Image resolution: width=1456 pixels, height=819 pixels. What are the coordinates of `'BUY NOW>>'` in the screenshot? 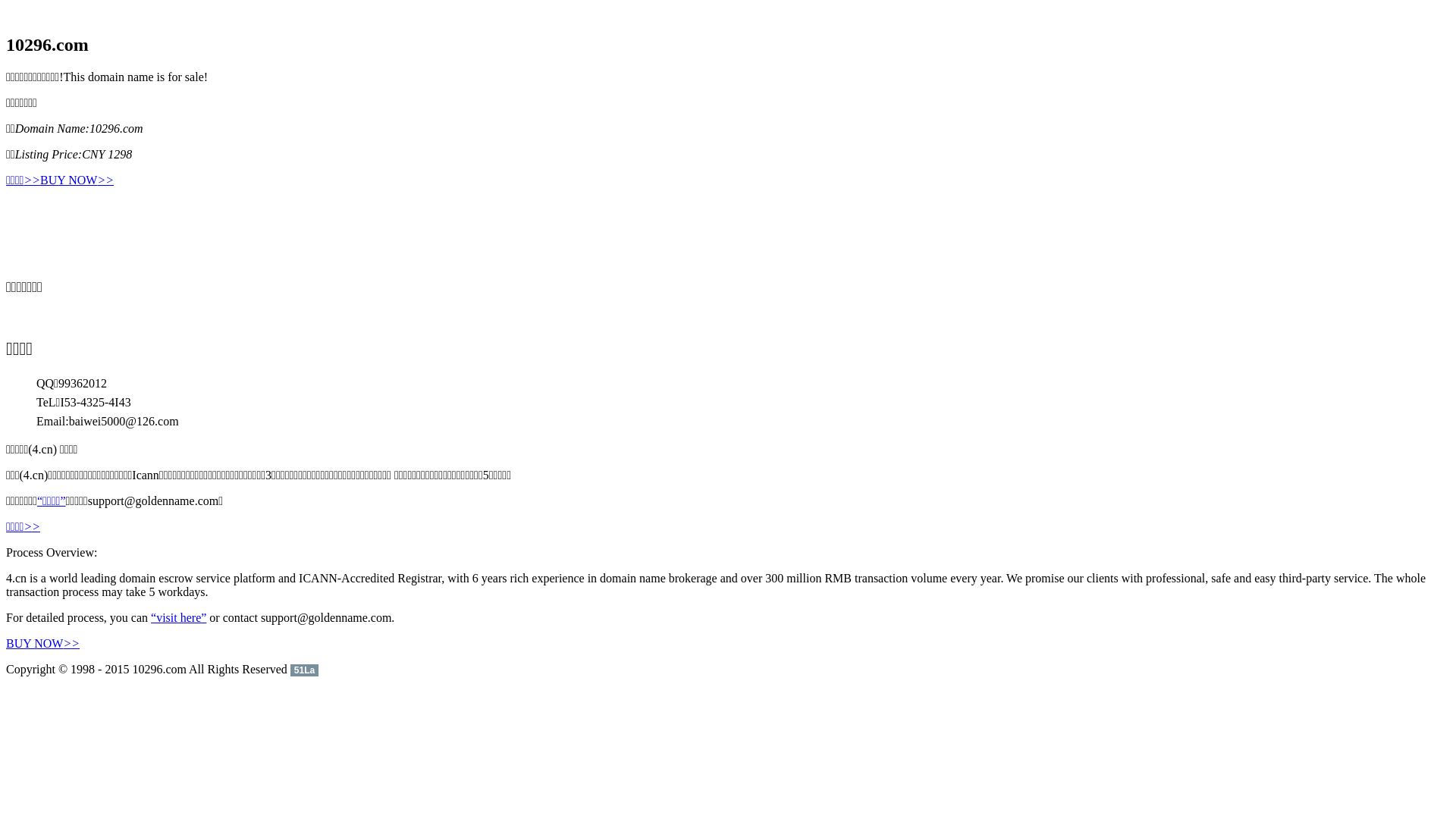 It's located at (42, 643).